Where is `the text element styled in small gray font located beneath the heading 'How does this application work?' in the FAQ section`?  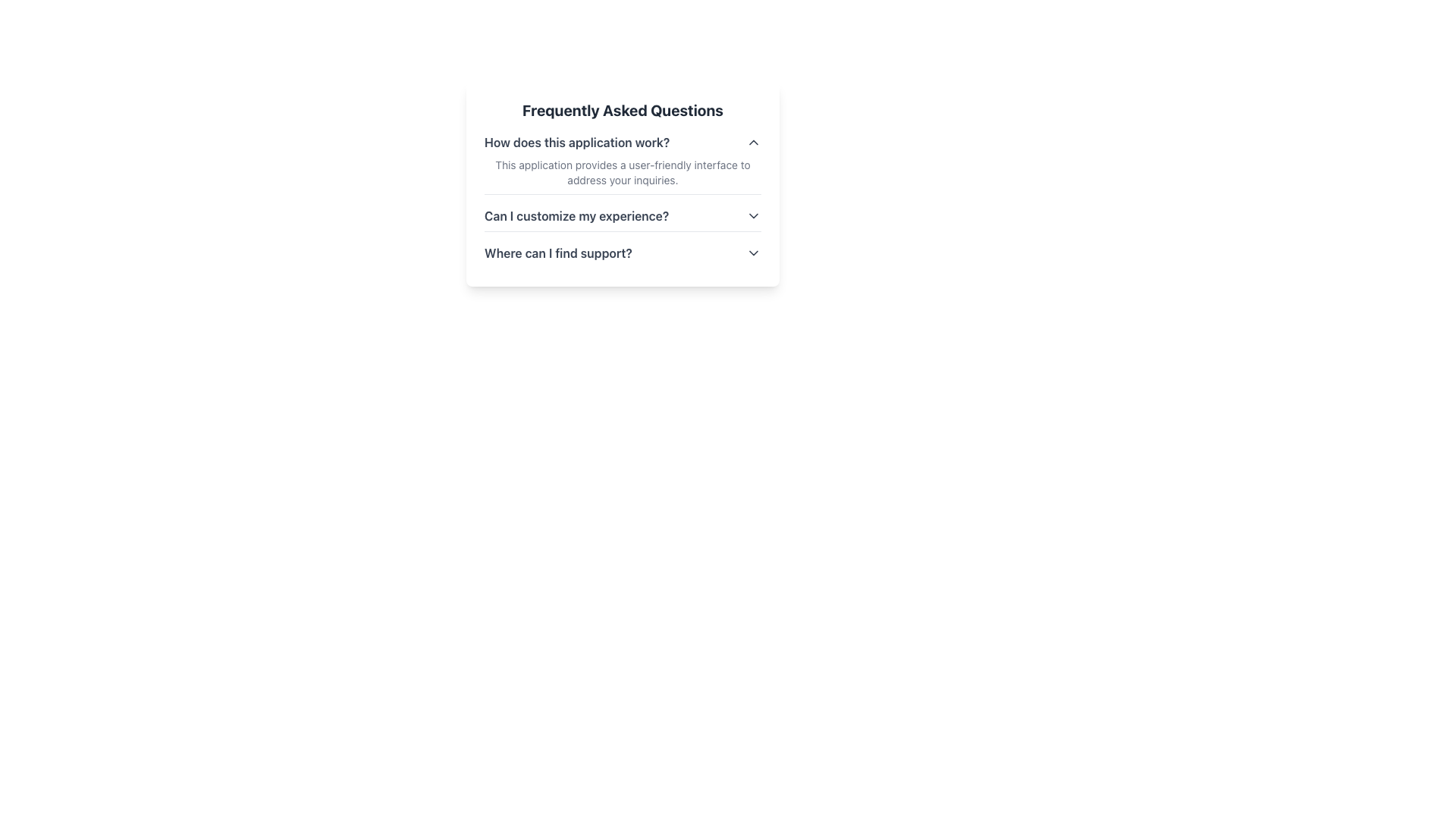
the text element styled in small gray font located beneath the heading 'How does this application work?' in the FAQ section is located at coordinates (623, 171).